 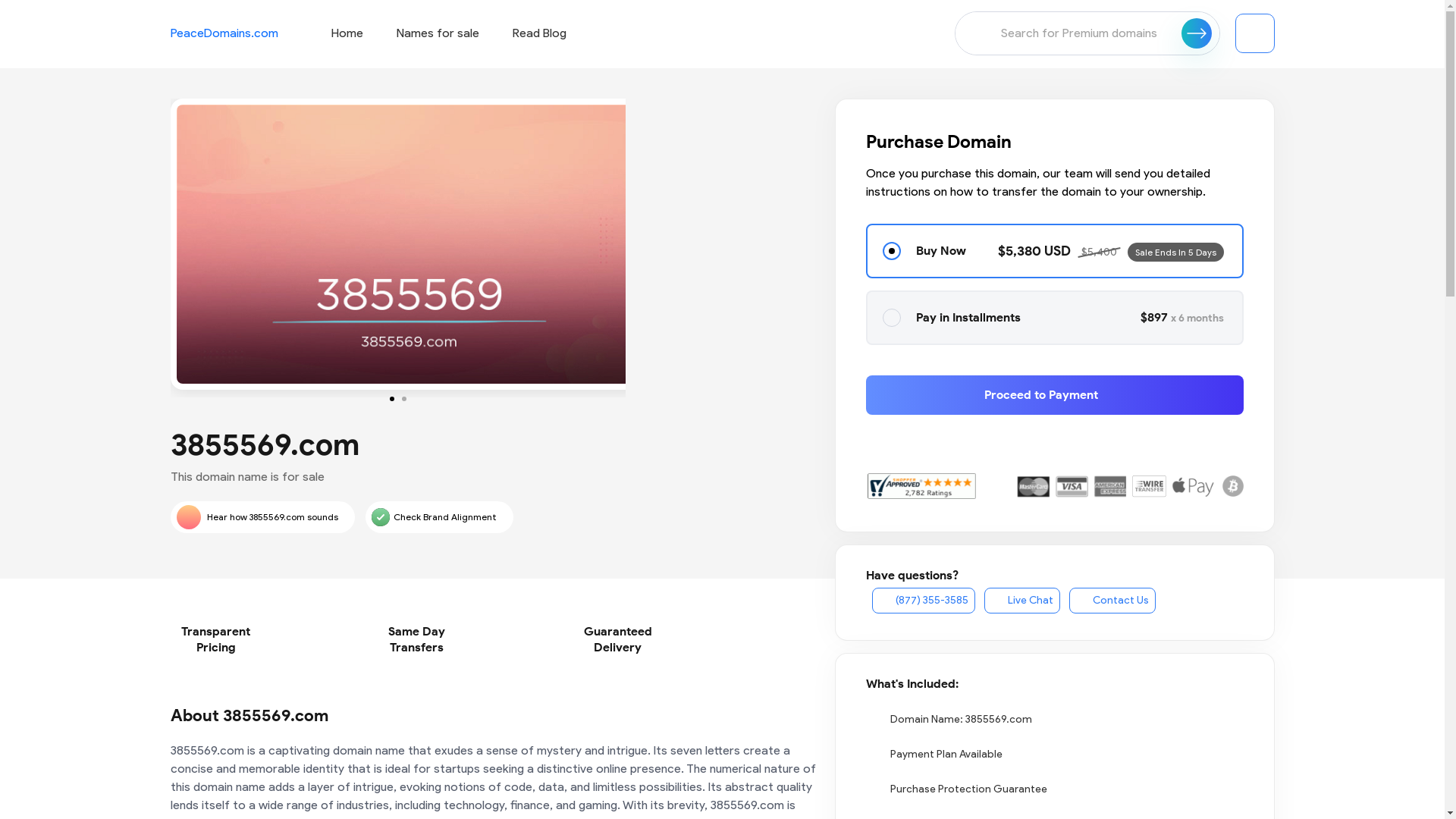 I want to click on 'Home', so click(x=345, y=33).